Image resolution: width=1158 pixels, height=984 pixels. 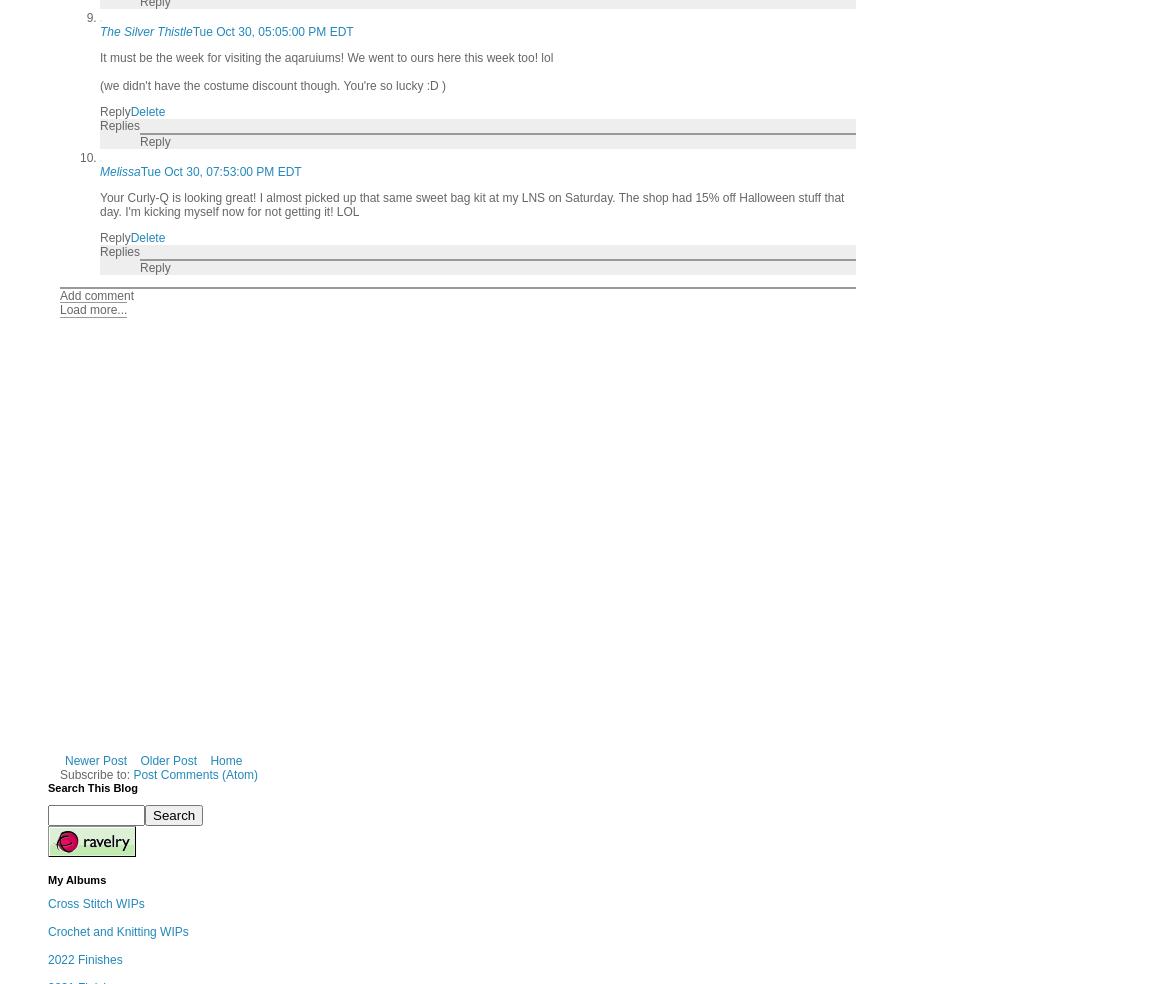 I want to click on 'Crochet and Knitting WIPs', so click(x=117, y=932).